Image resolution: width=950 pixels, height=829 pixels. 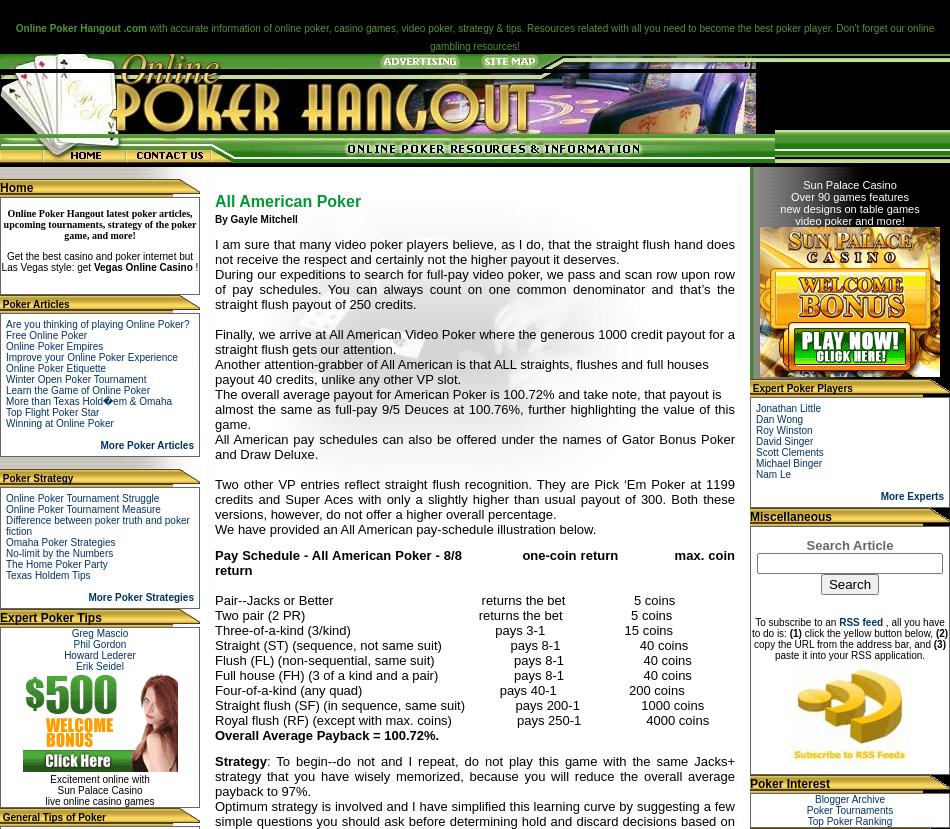 What do you see at coordinates (804, 545) in the screenshot?
I see `'Search Article'` at bounding box center [804, 545].